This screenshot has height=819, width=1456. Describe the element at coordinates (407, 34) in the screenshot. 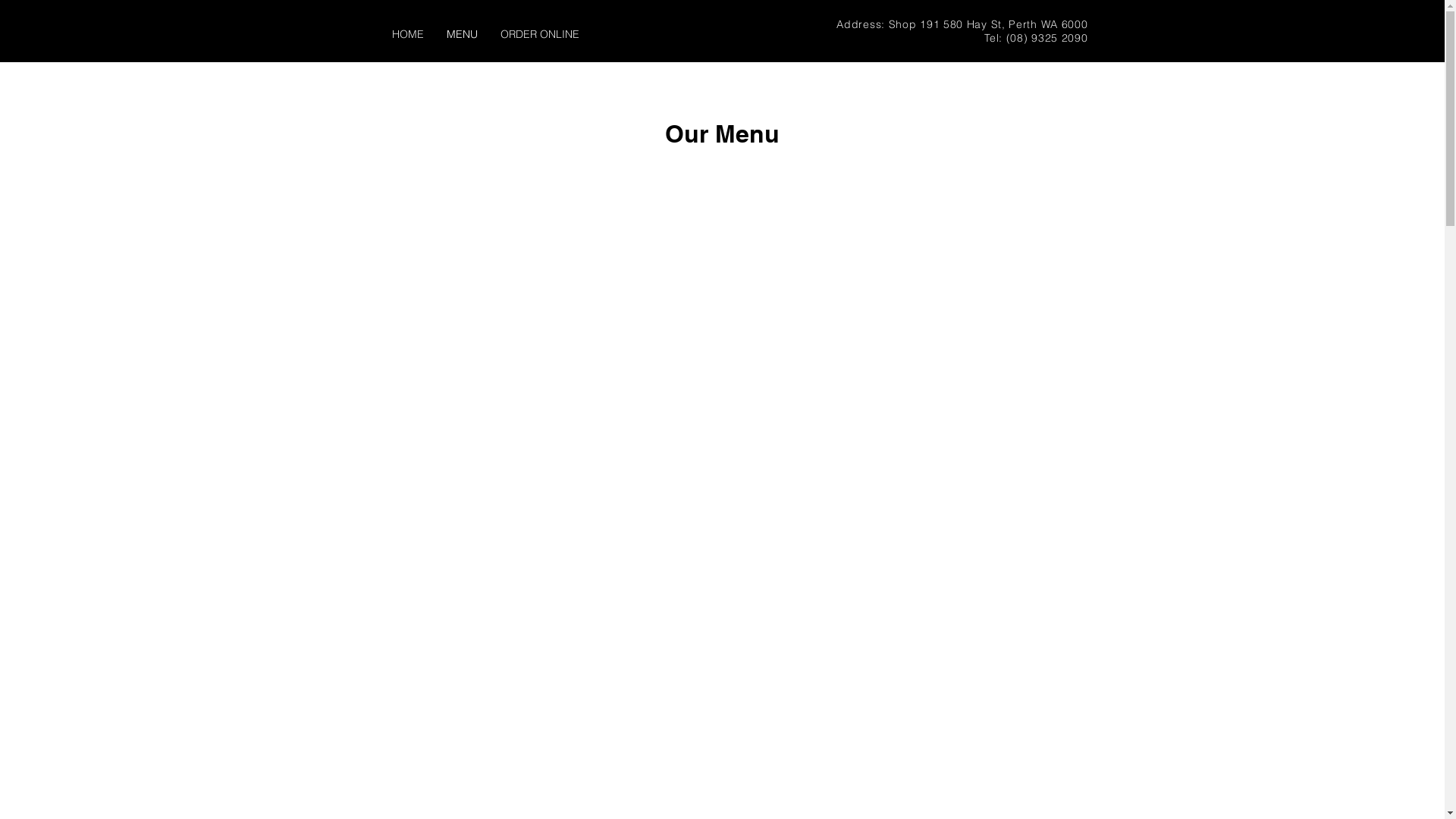

I see `'HOME'` at that location.